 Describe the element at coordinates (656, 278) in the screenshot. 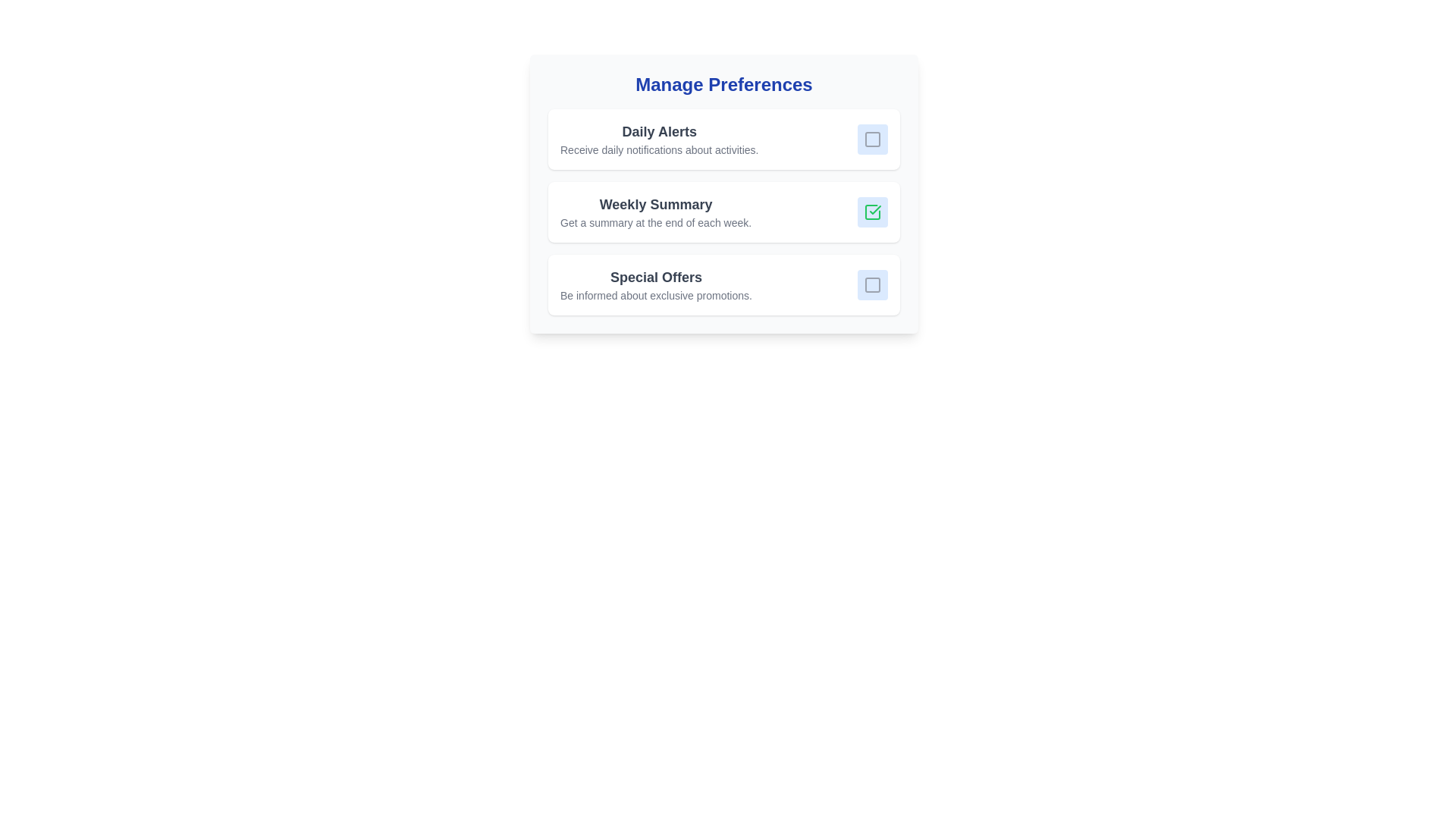

I see `the 'Special Offers' text label, which is styled in bold and large font, located under 'Manage Preferences' as the third entry in the vertical list` at that location.